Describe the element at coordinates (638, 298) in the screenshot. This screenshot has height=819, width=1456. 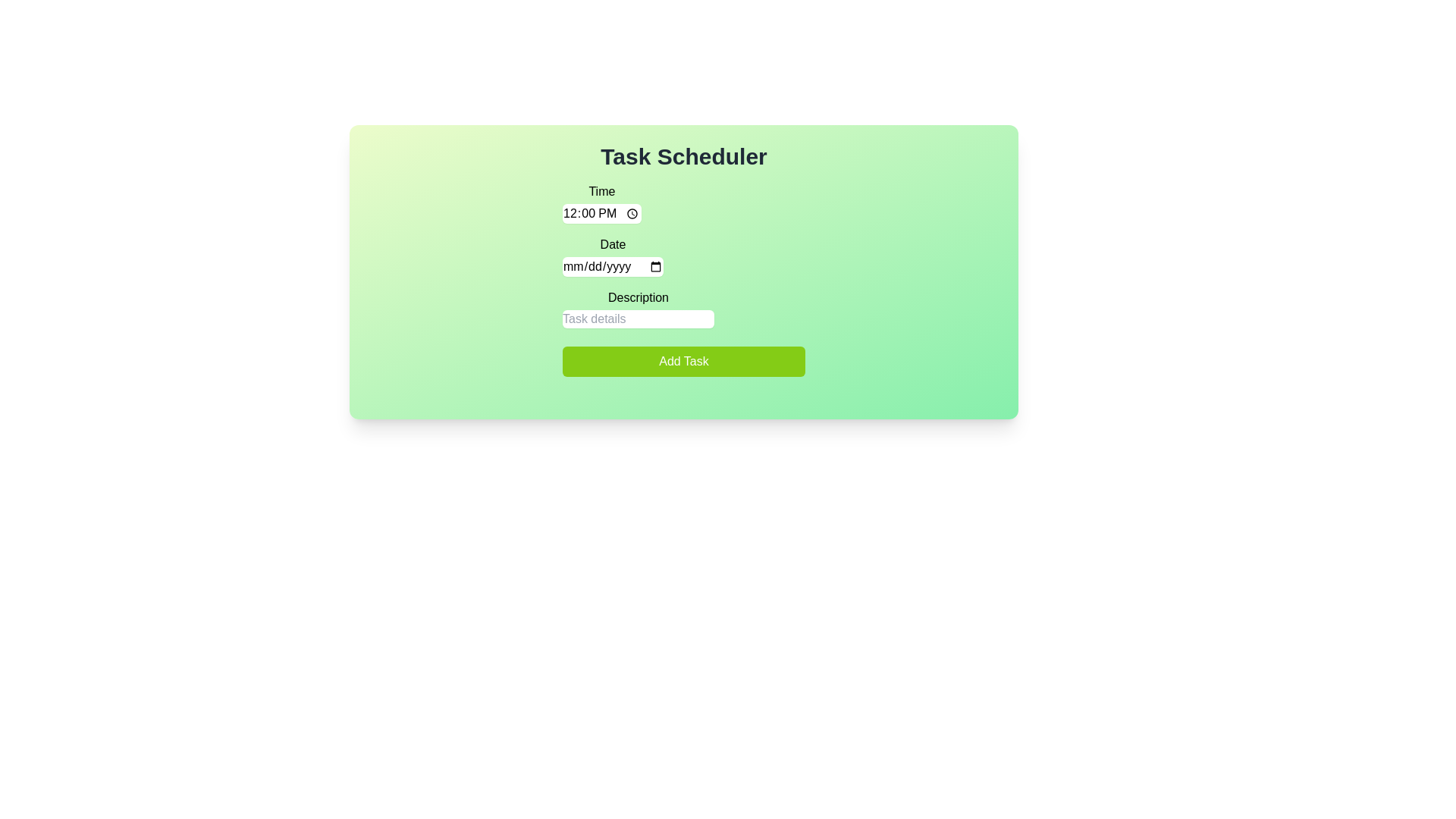
I see `the Text Label that instructs users to provide a task description, located above the input field labeled 'Task details' in the 'Task Scheduler' section` at that location.